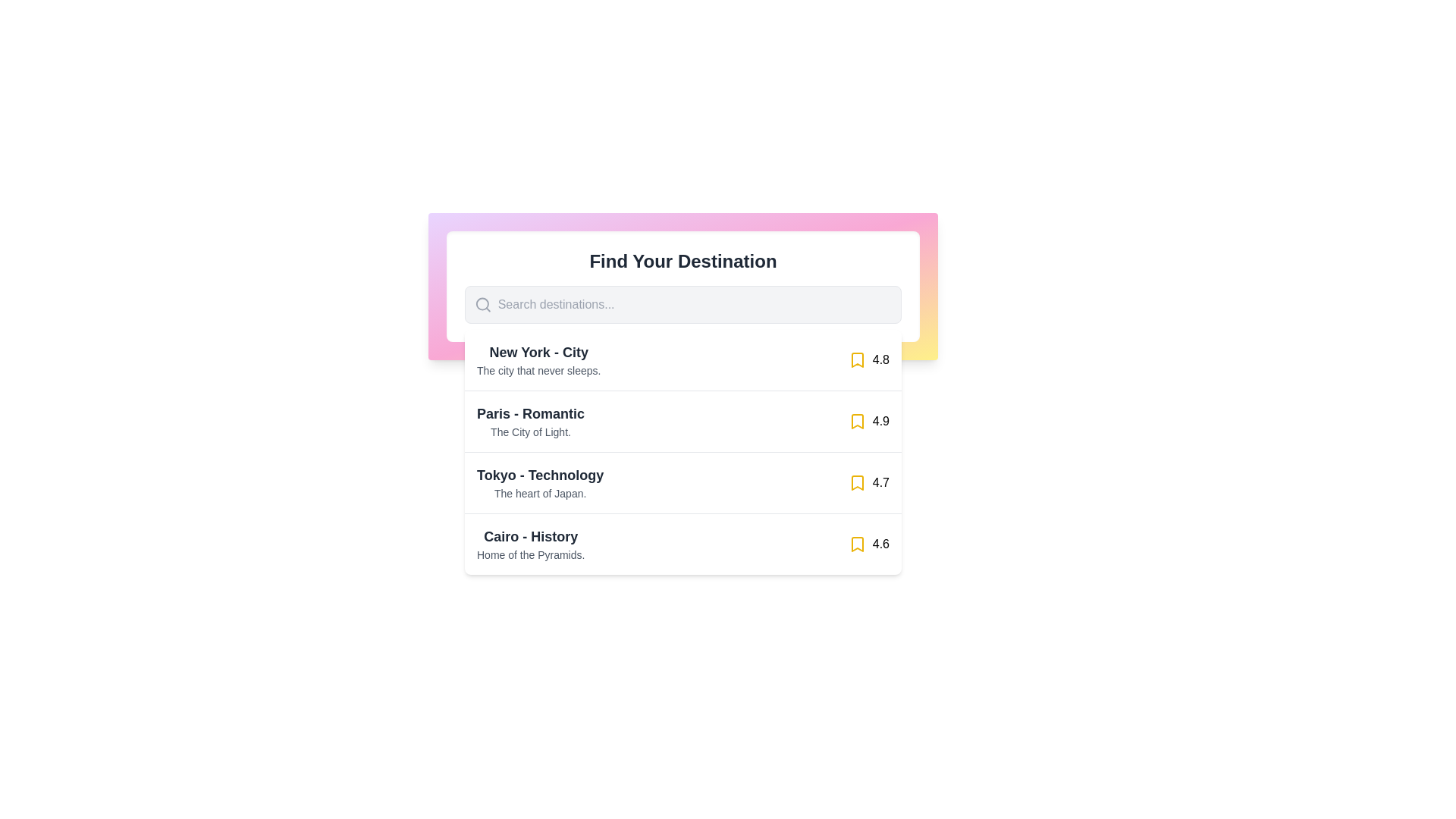  I want to click on text label that serves as the headline for 'Cairo - History', which is located directly above 'Home of the Pyramids' in the list of destination entries, so click(531, 536).